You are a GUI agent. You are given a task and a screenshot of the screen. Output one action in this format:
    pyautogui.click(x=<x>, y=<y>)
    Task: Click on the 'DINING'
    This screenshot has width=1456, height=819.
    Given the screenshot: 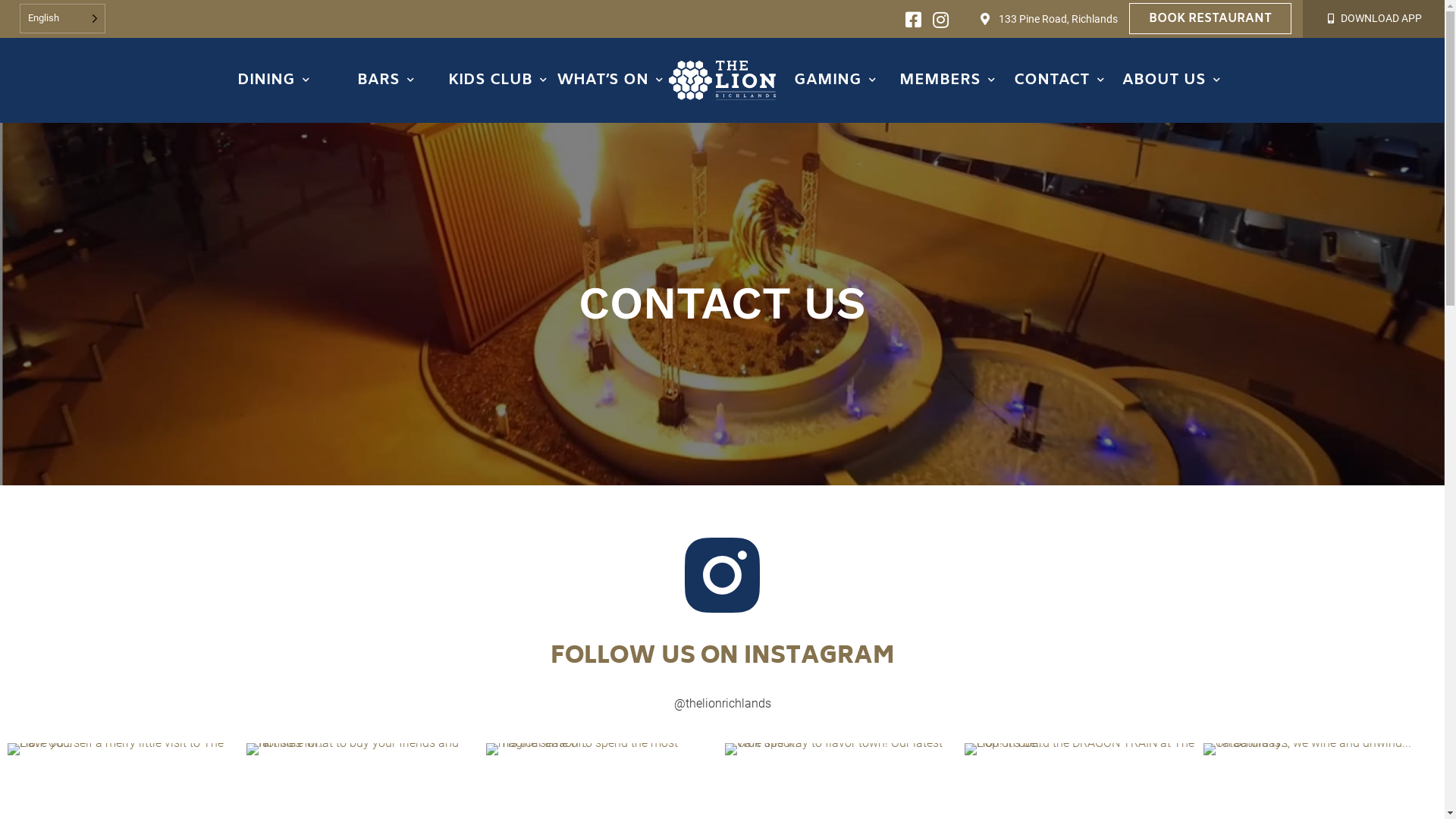 What is the action you would take?
    pyautogui.click(x=273, y=80)
    